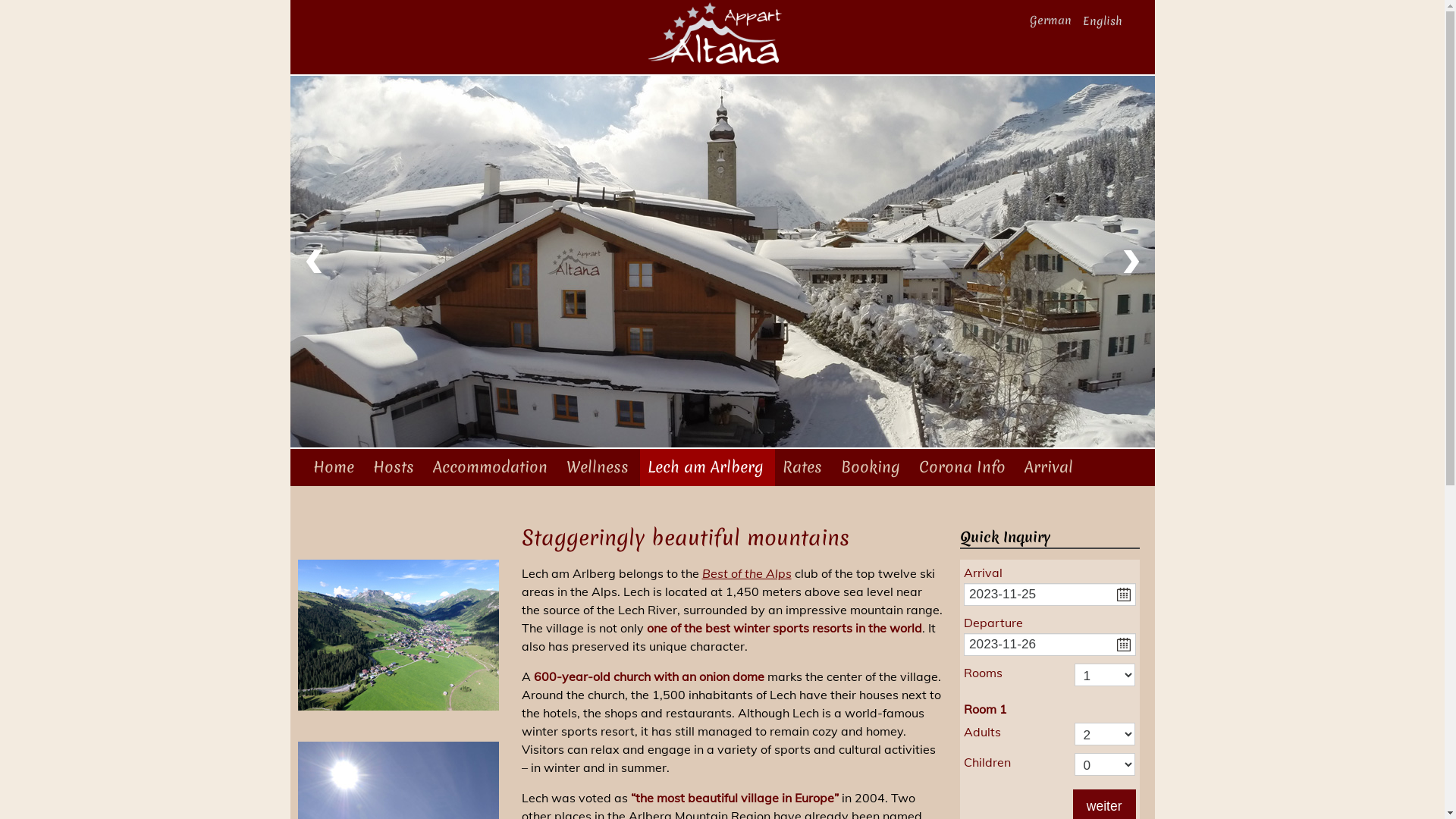  I want to click on 'Corona Info', so click(963, 466).